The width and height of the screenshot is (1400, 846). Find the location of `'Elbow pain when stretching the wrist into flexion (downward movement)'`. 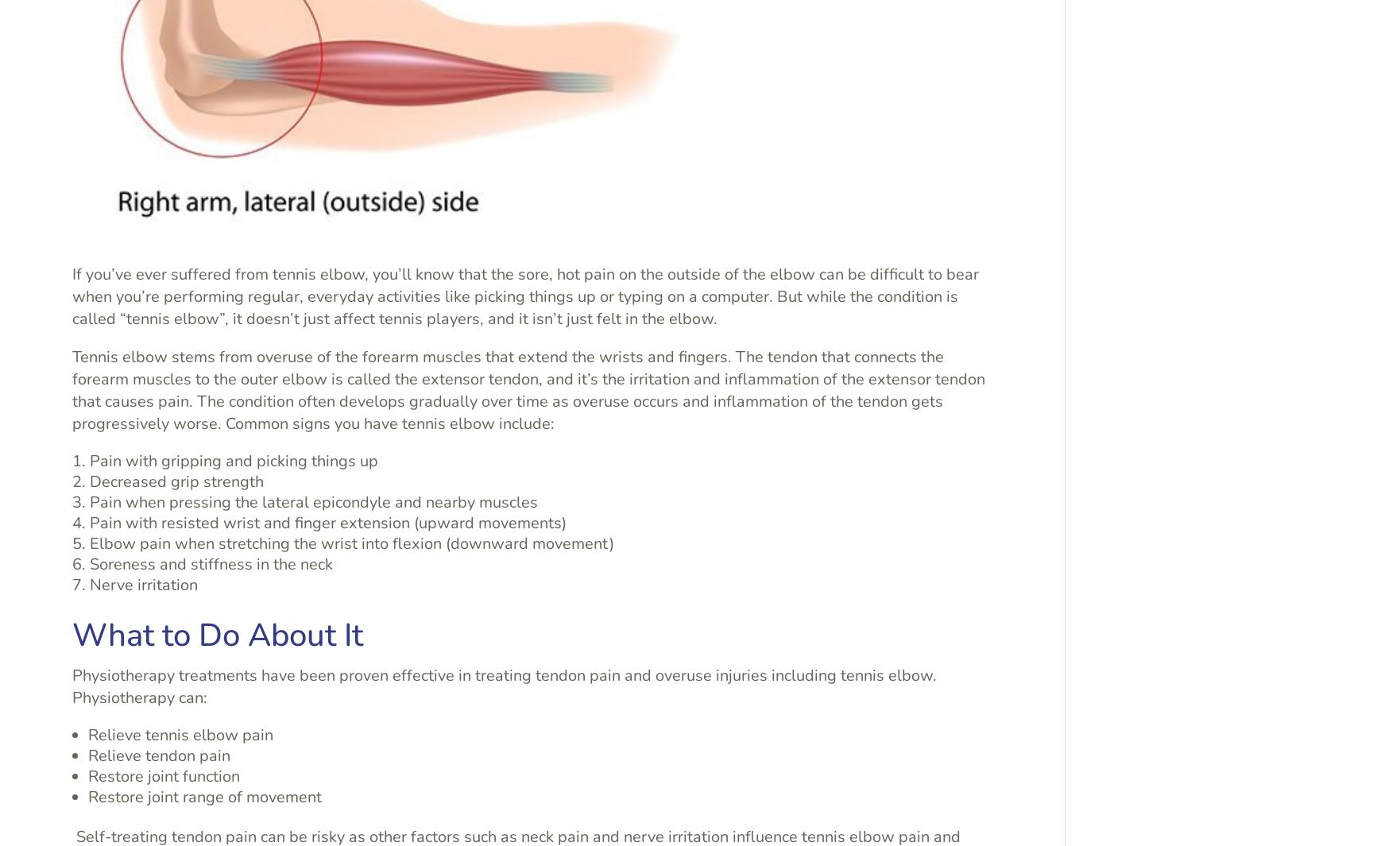

'Elbow pain when stretching the wrist into flexion (downward movement)' is located at coordinates (350, 543).